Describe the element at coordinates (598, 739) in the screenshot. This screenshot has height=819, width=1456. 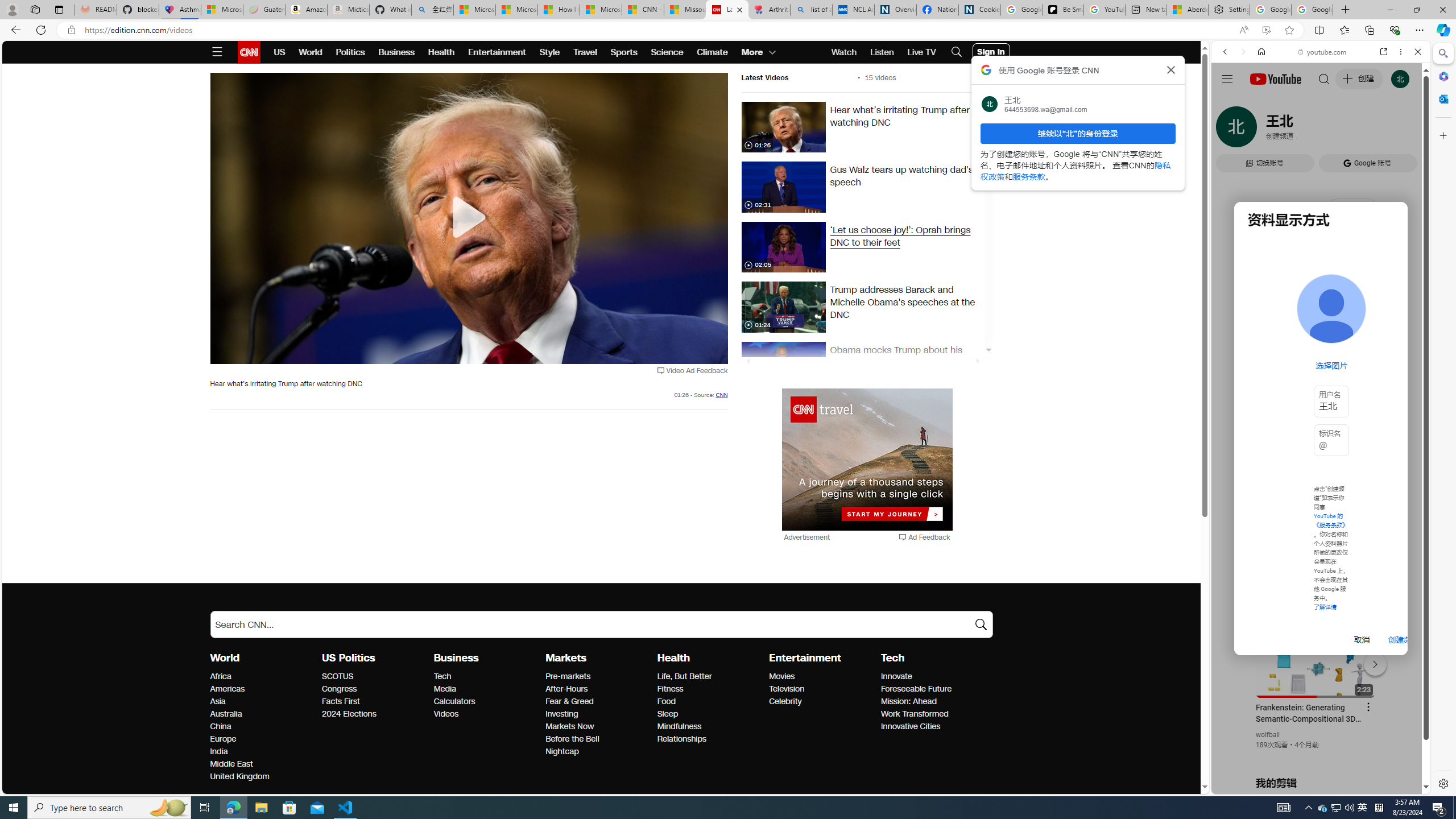
I see `'Before the Bell'` at that location.